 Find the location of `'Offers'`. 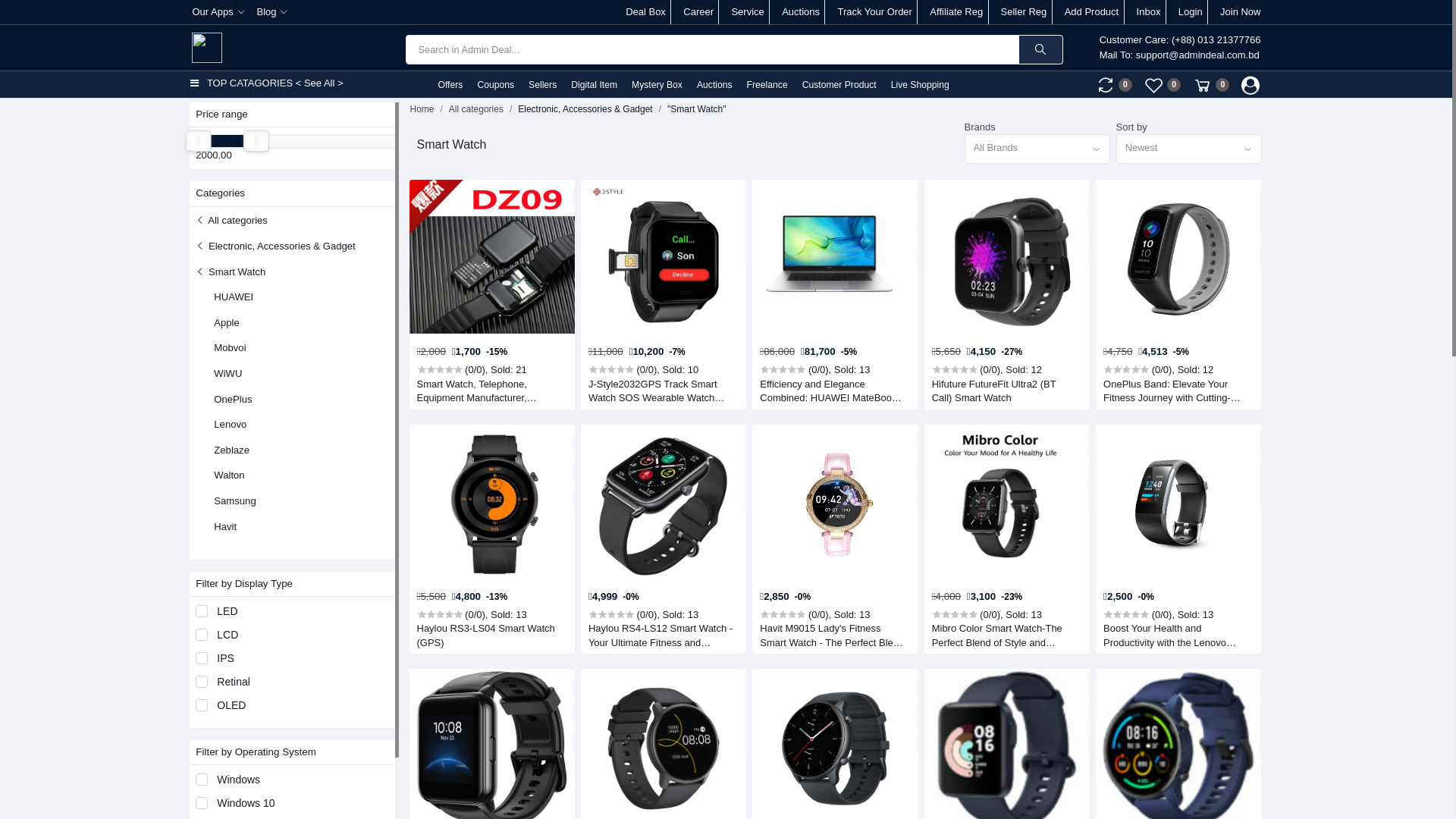

'Offers' is located at coordinates (448, 84).